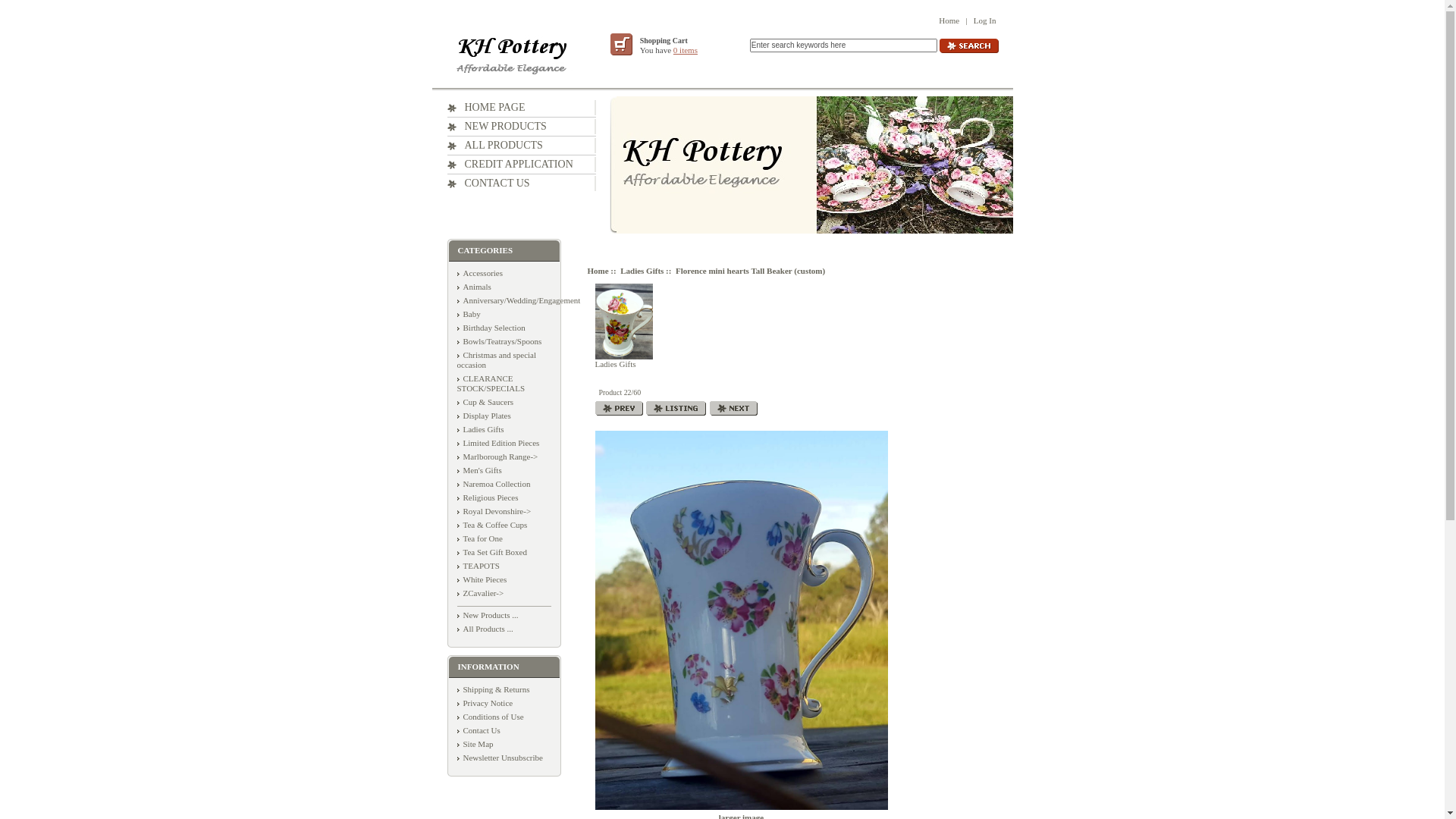  What do you see at coordinates (479, 537) in the screenshot?
I see `'Tea for One'` at bounding box center [479, 537].